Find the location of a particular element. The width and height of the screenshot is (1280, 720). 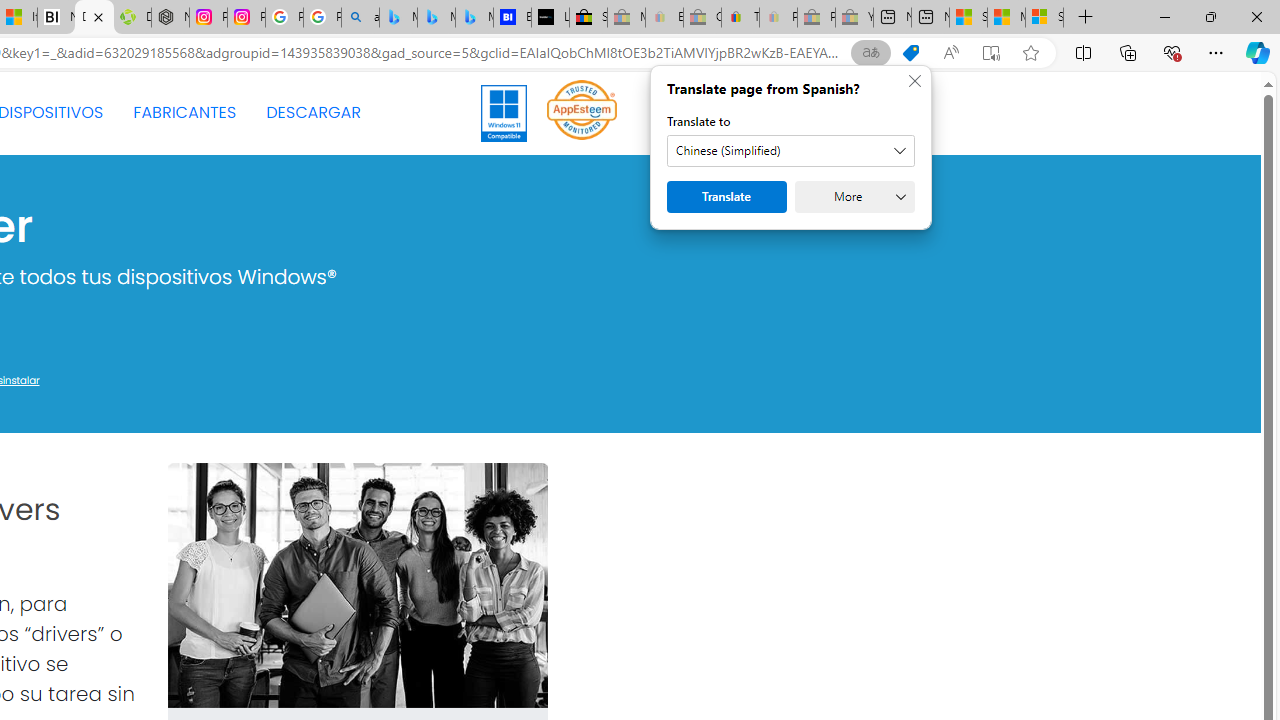

'Windows 11' is located at coordinates (504, 113).